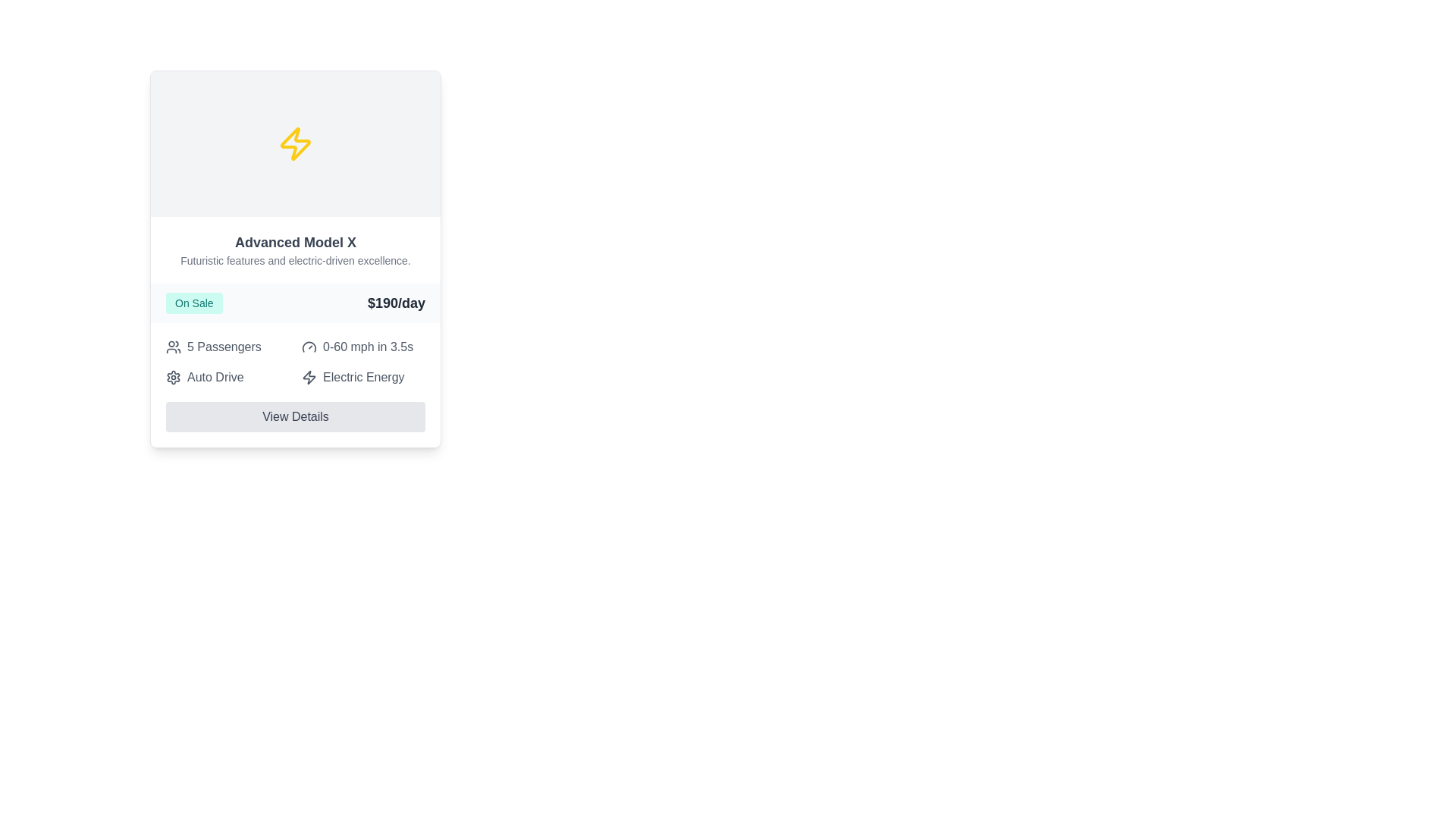  I want to click on the text with icon displaying '0-60 mph in 3.5s', which is part of a descriptive attribute group located in the right column of a two-column grid, so click(362, 347).